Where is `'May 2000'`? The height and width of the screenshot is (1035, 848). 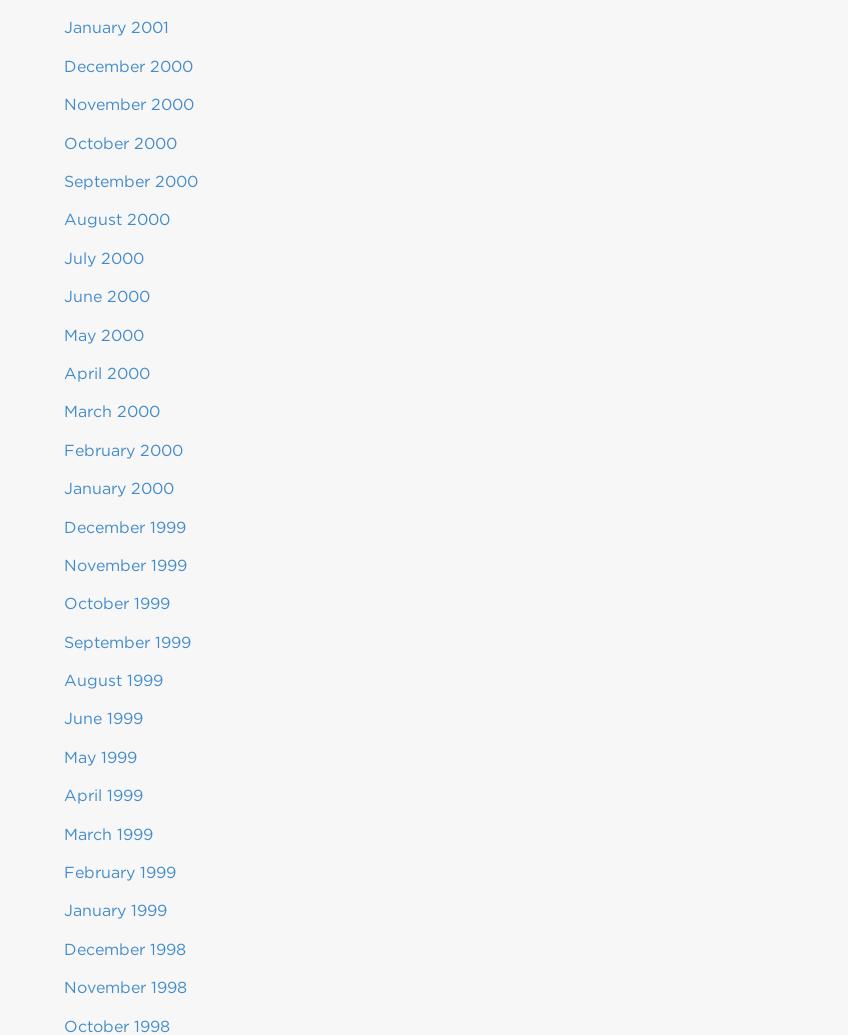 'May 2000' is located at coordinates (103, 334).